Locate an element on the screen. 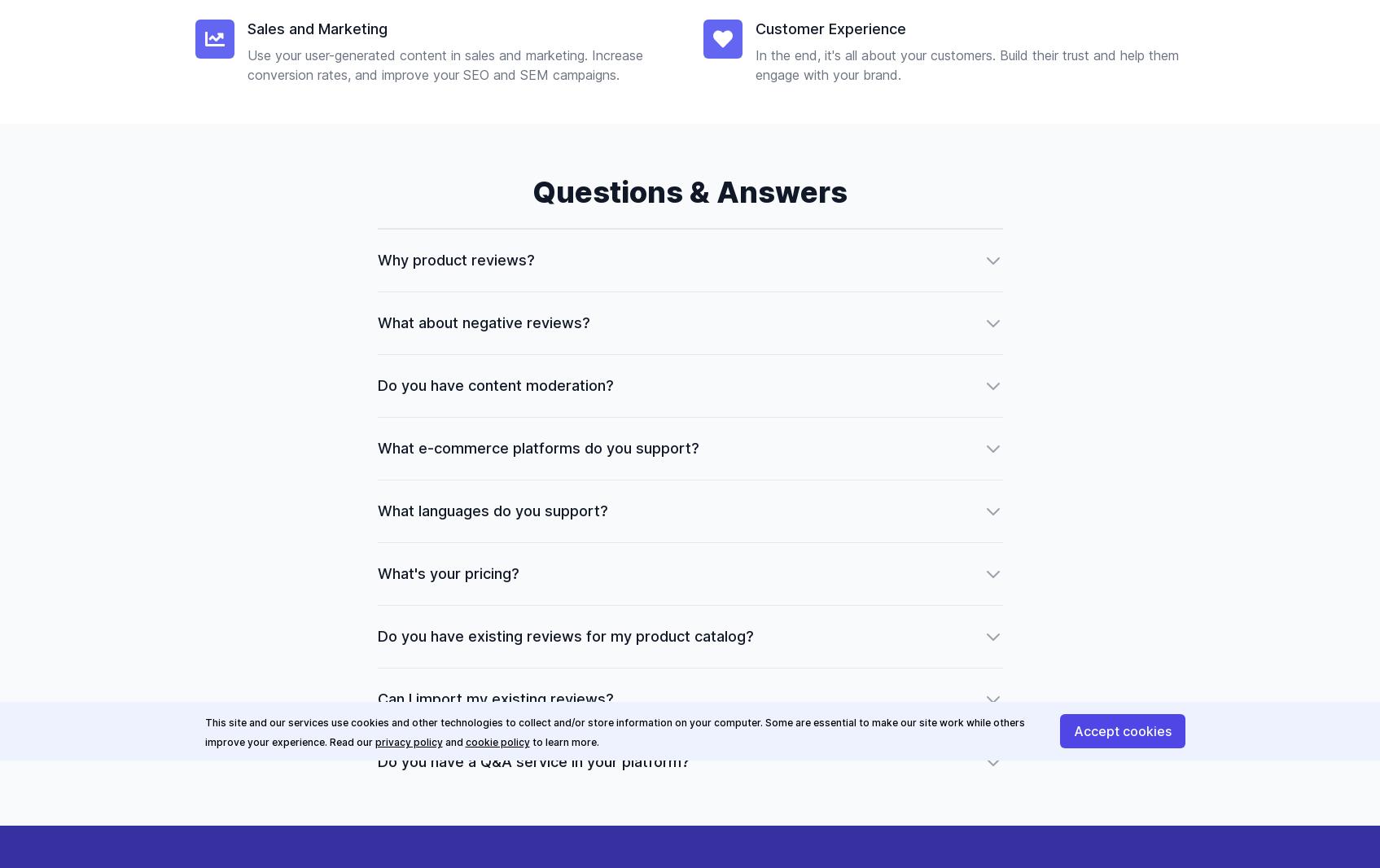  'Customer Experience' is located at coordinates (754, 28).